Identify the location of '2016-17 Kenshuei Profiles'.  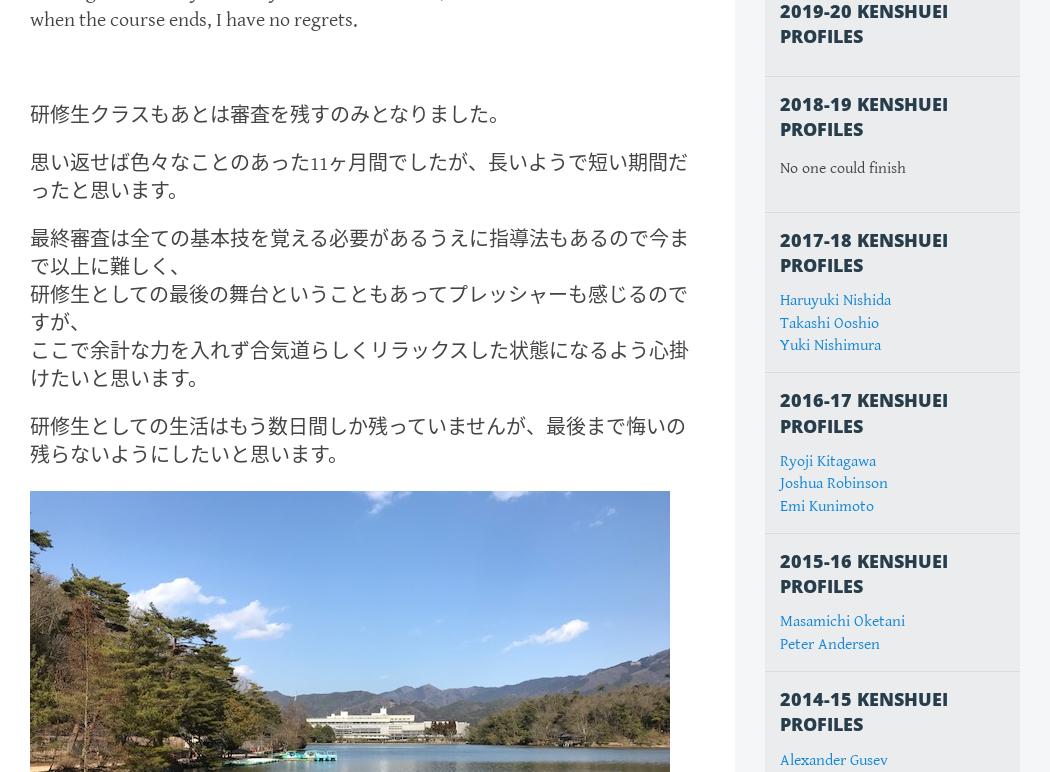
(780, 412).